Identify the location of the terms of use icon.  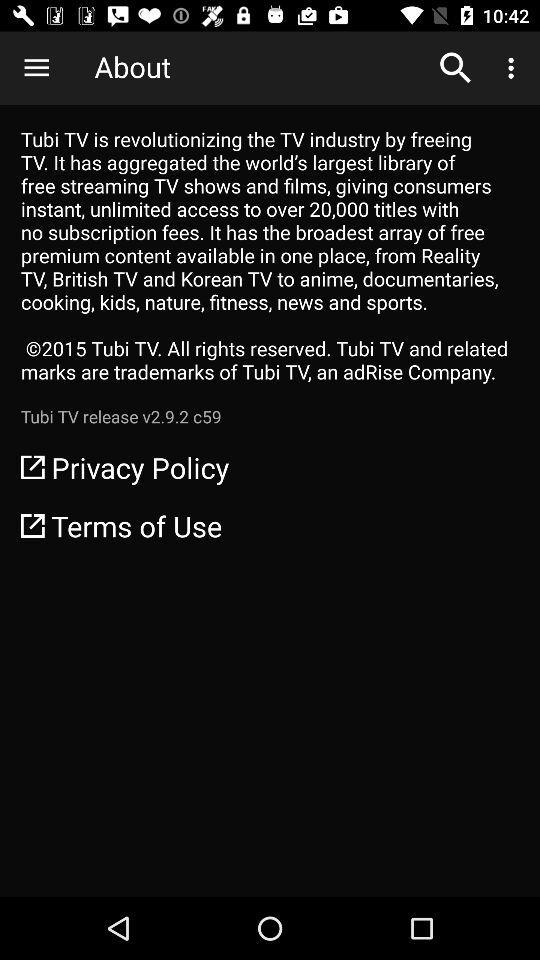
(270, 524).